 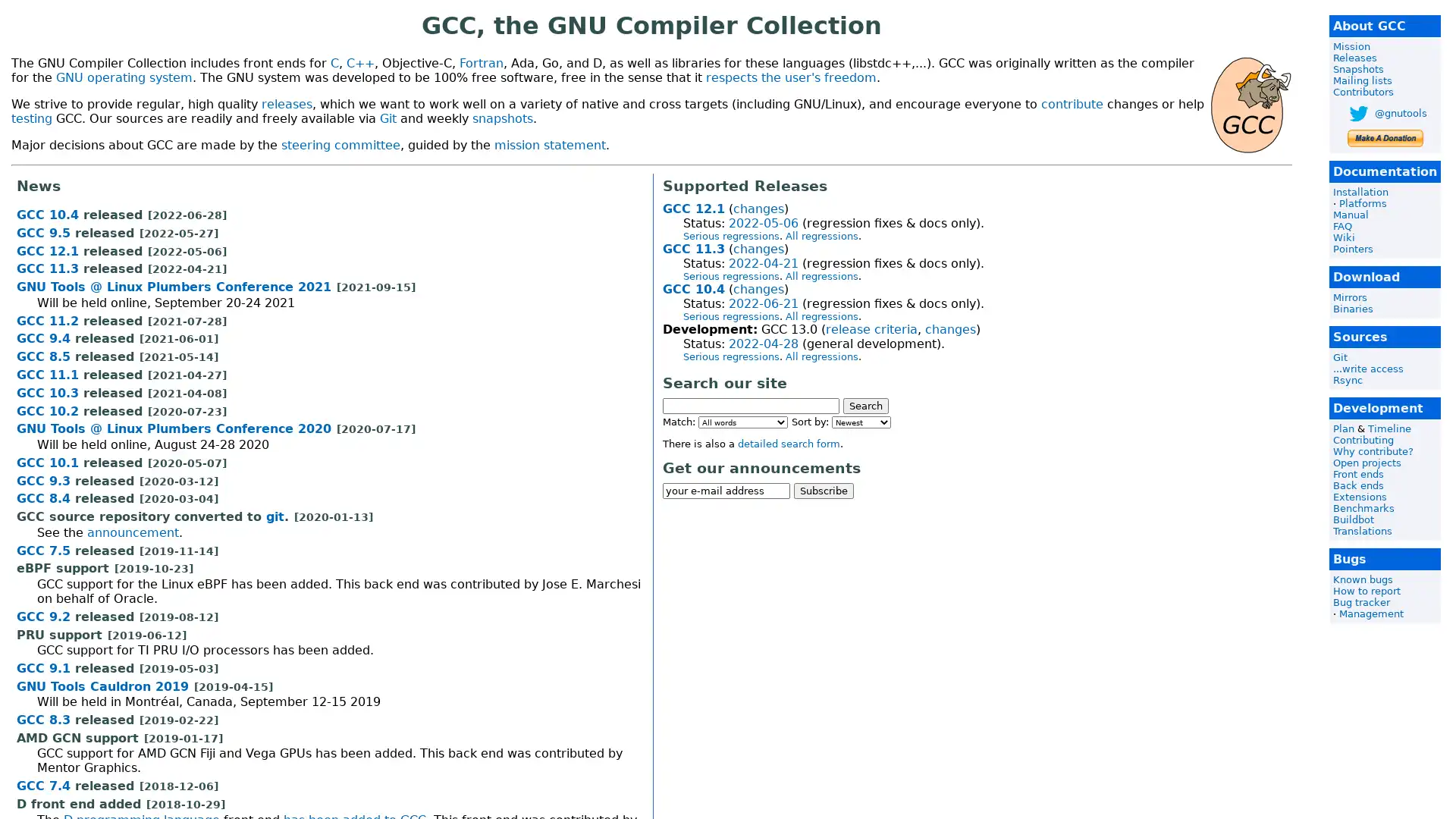 What do you see at coordinates (865, 404) in the screenshot?
I see `Search` at bounding box center [865, 404].